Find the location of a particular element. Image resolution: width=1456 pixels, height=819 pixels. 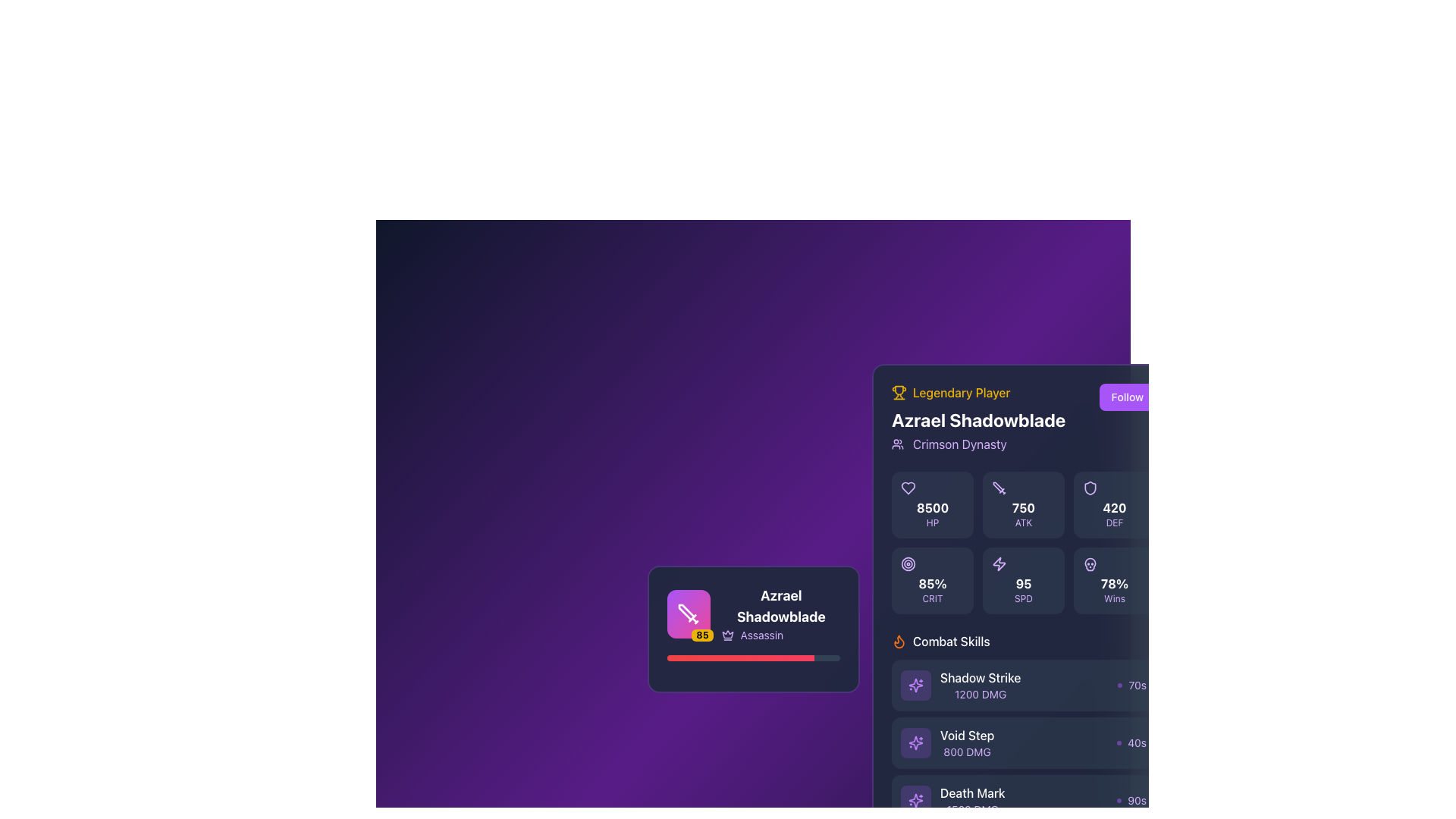

the text label displaying the name of the character or user profile, located below the 'Legendary Player' header and above the 'Crimson Dynasty' line is located at coordinates (978, 420).